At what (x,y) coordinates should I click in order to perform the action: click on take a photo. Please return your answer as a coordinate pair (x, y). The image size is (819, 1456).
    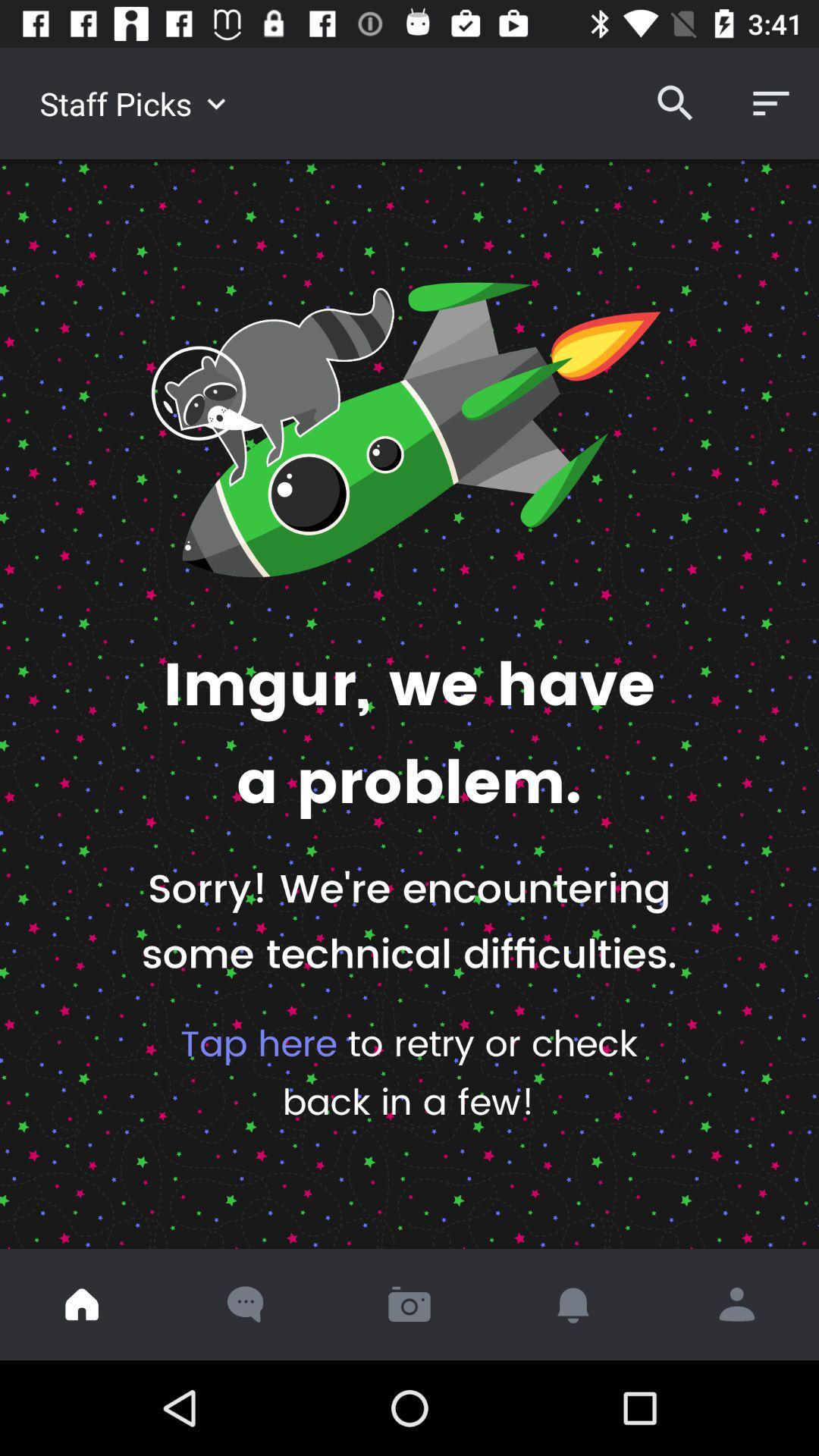
    Looking at the image, I should click on (409, 1304).